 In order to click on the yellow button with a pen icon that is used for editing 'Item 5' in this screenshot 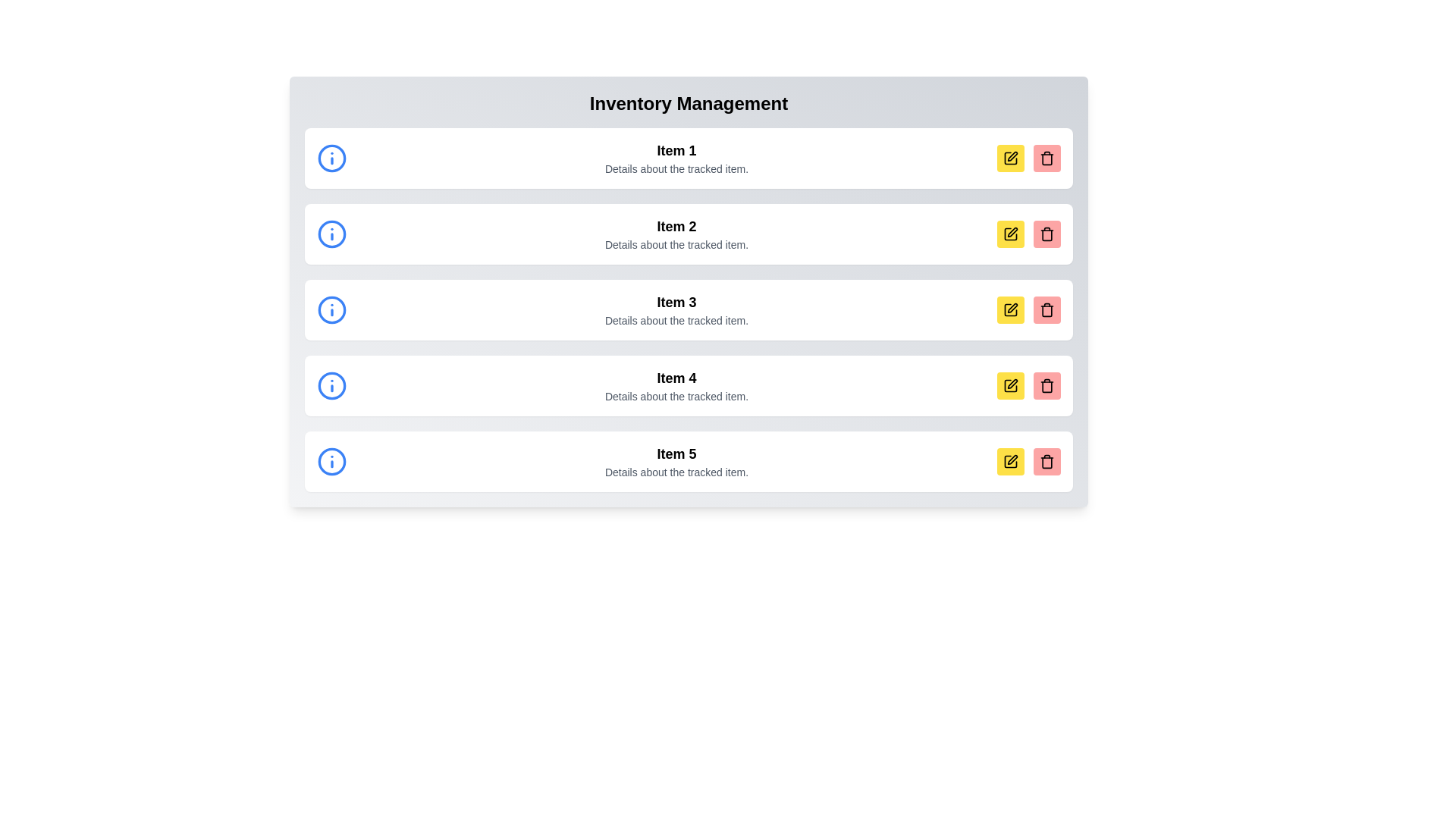, I will do `click(1011, 461)`.